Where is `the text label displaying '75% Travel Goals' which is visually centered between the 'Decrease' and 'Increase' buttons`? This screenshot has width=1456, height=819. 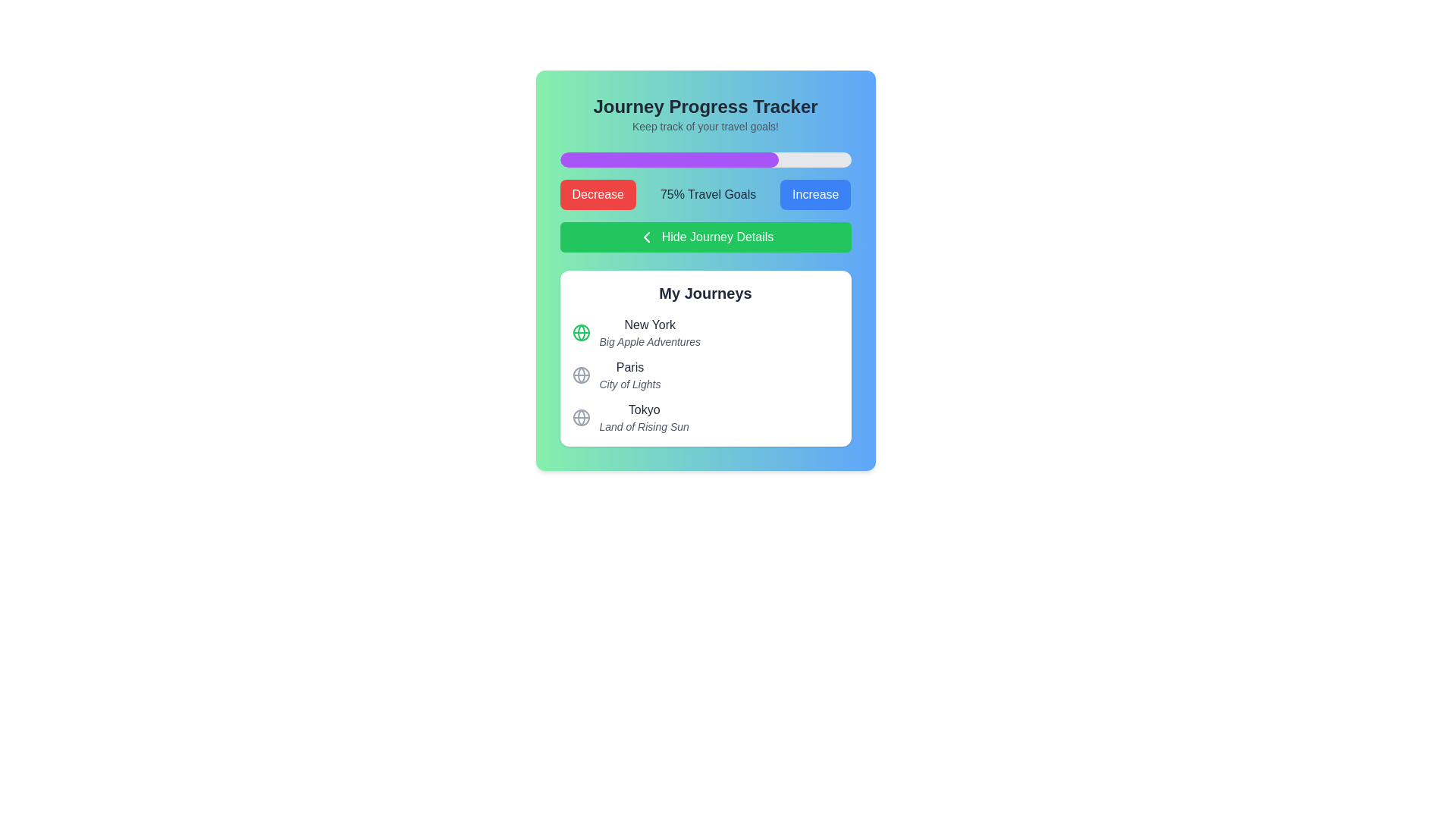 the text label displaying '75% Travel Goals' which is visually centered between the 'Decrease' and 'Increase' buttons is located at coordinates (708, 194).